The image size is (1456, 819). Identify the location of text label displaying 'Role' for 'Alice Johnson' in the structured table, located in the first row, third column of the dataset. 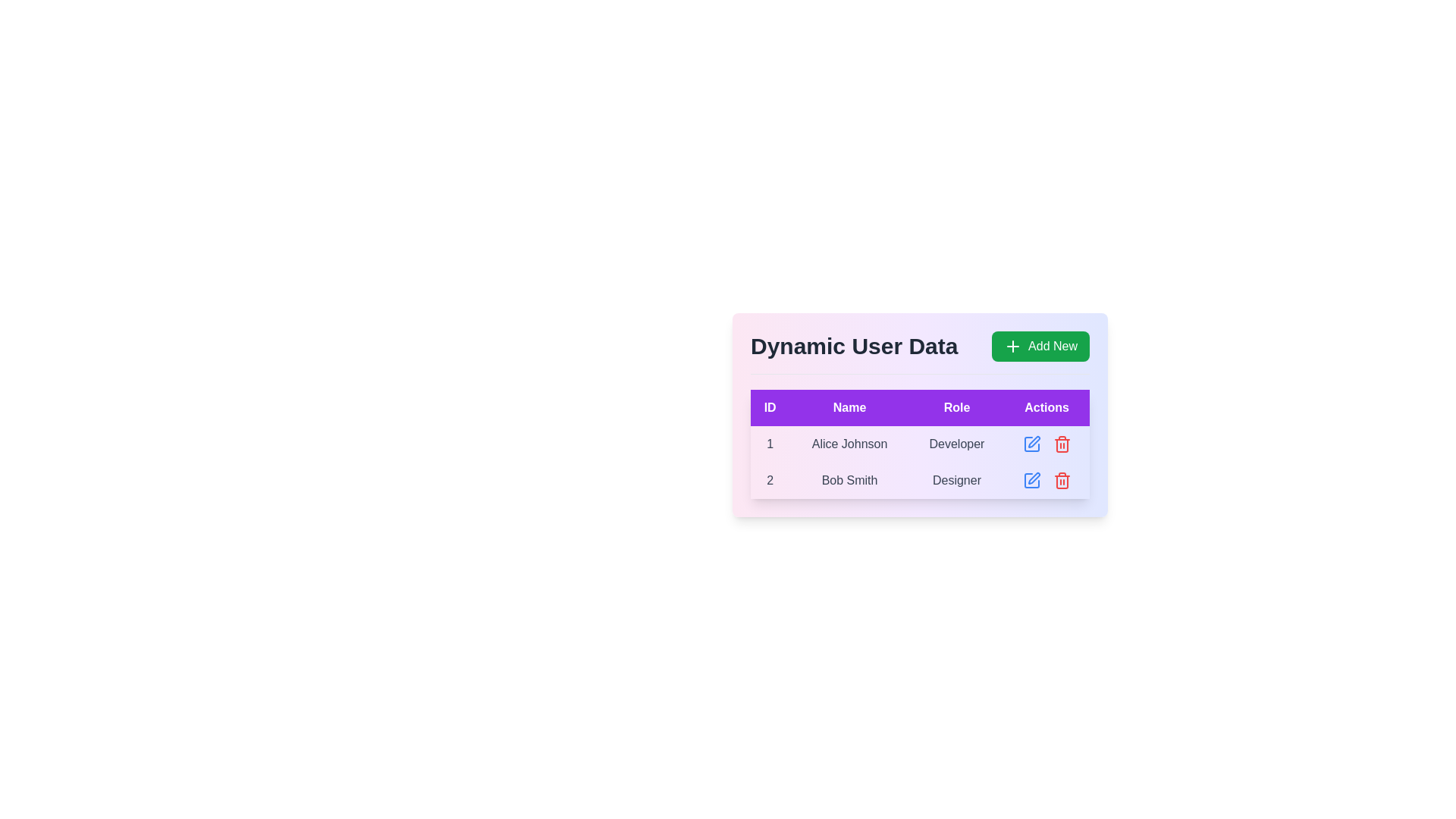
(956, 444).